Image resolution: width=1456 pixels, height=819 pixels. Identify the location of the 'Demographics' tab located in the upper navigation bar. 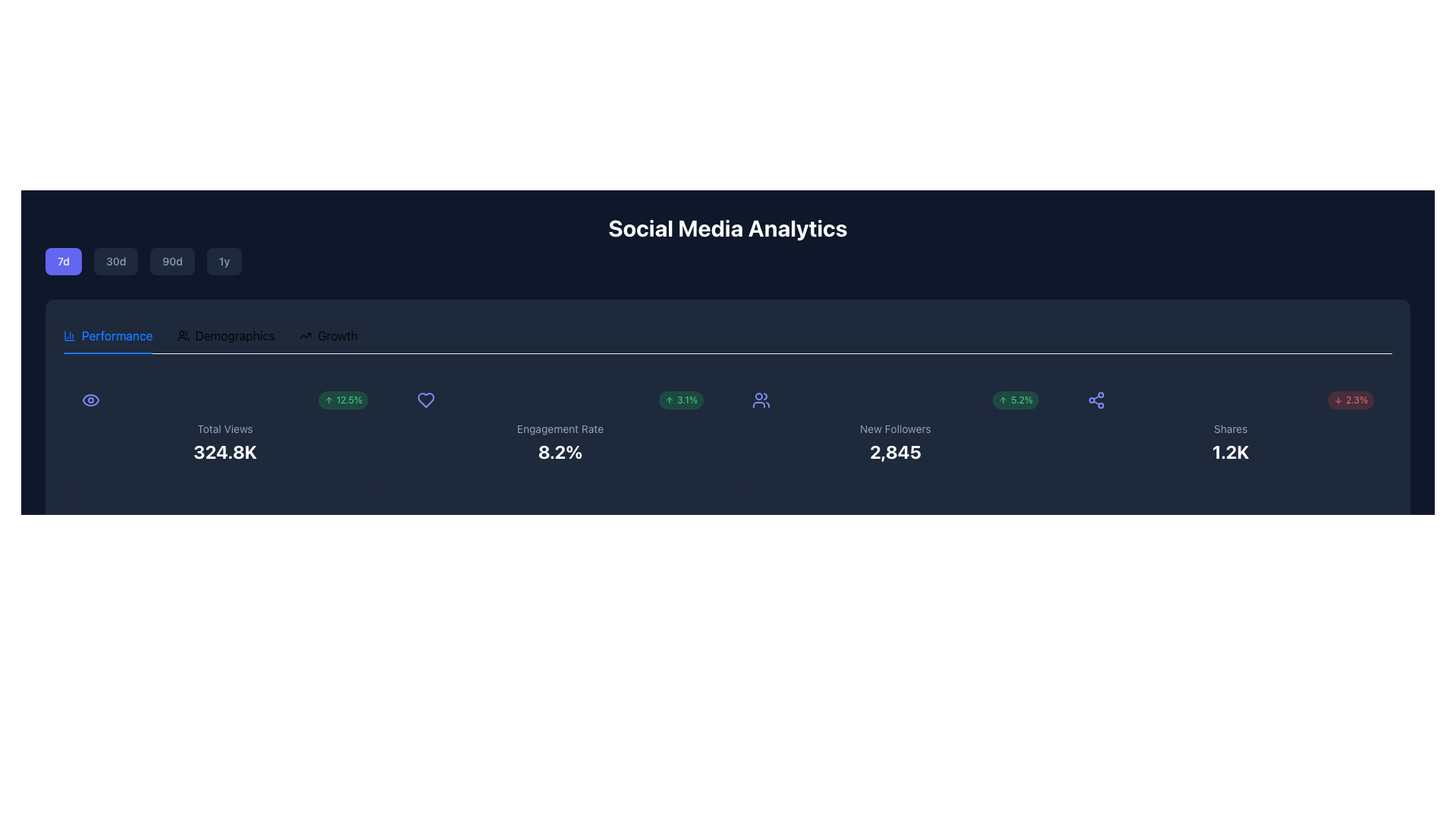
(225, 335).